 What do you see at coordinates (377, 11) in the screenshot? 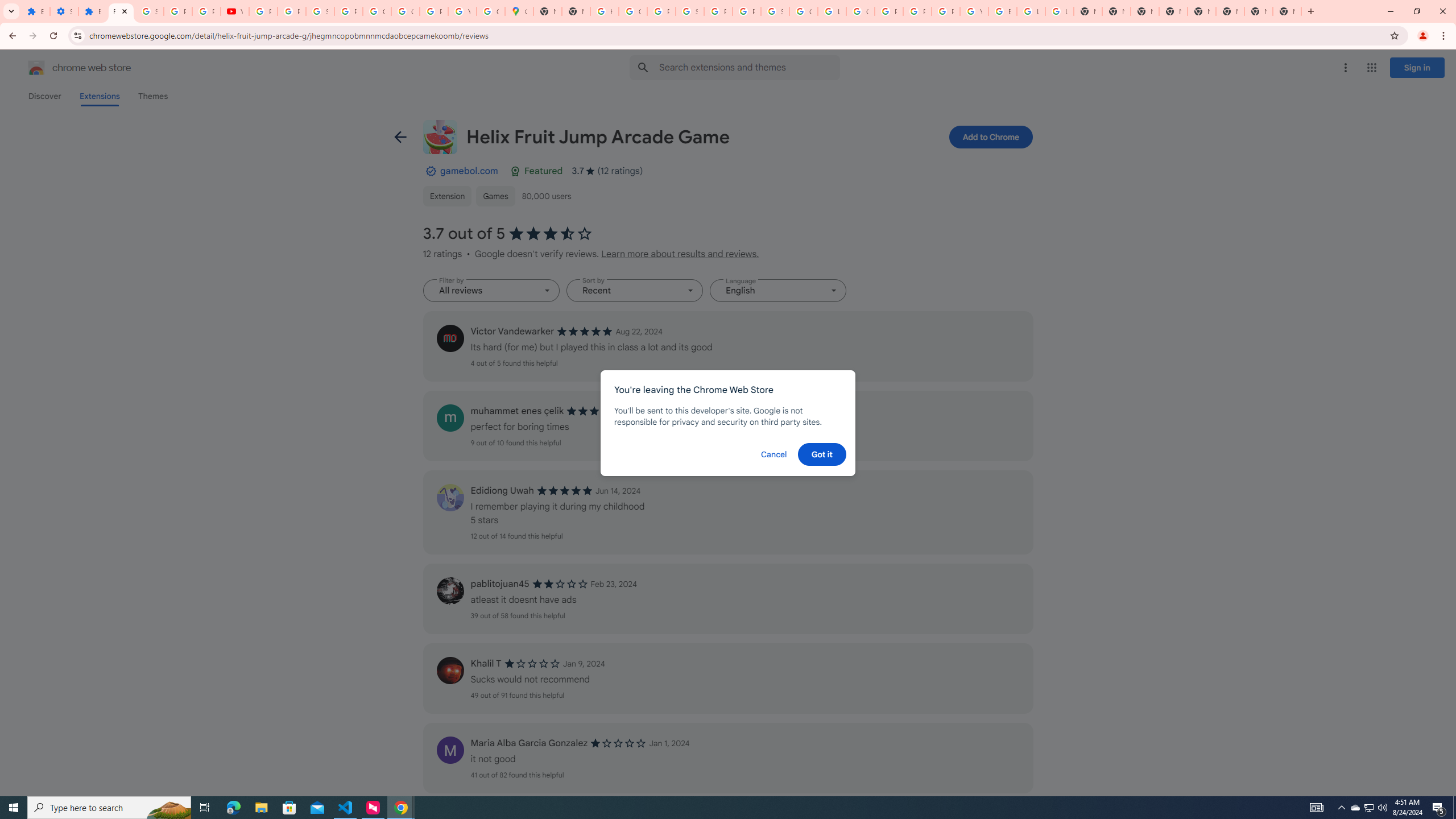
I see `'Google Account'` at bounding box center [377, 11].